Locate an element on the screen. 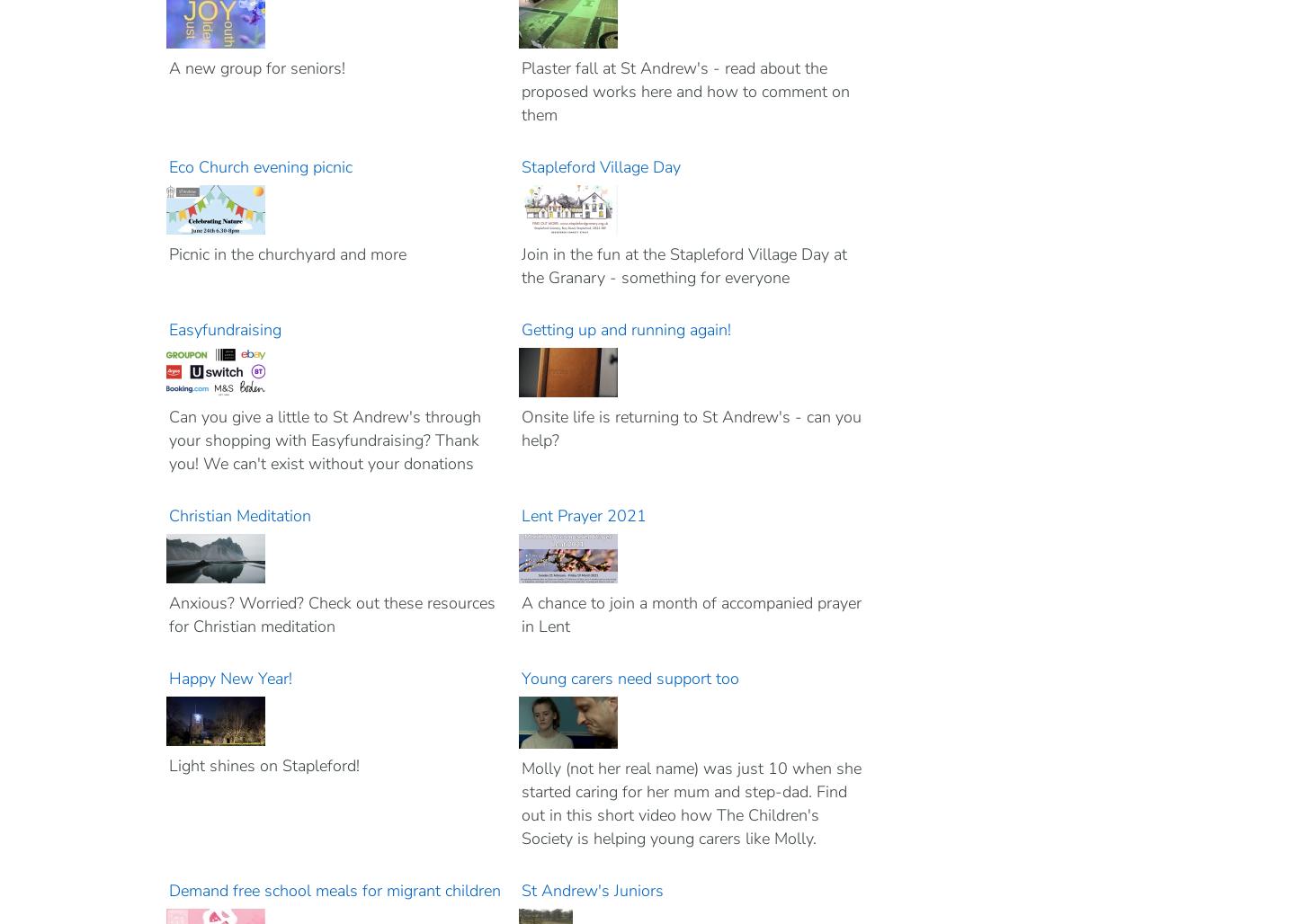 The image size is (1295, 924). 'St Andrew's Juniors' is located at coordinates (593, 889).